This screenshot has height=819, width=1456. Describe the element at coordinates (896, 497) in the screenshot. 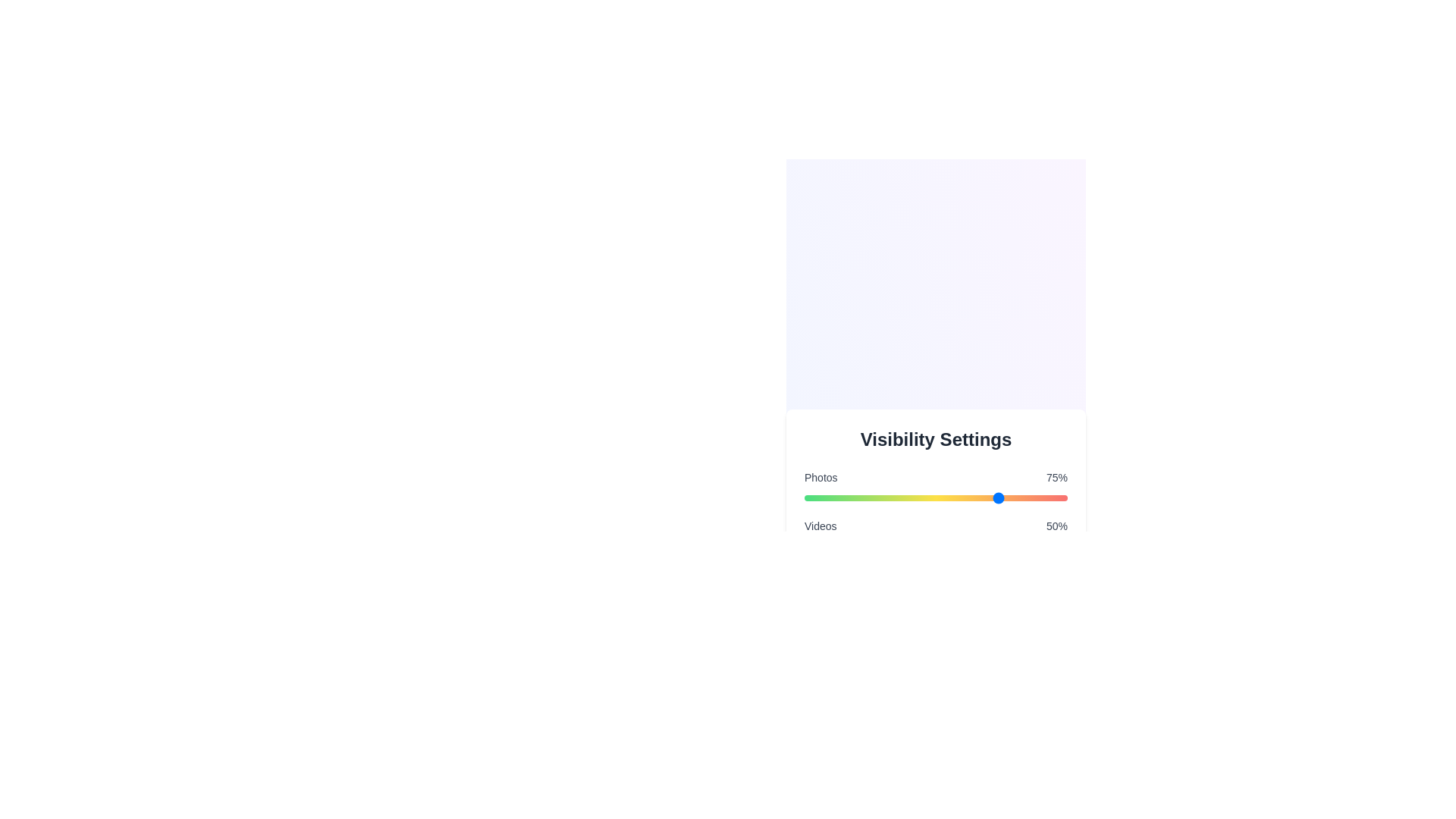

I see `the visibility percentage for a category by setting the slider to 35` at that location.